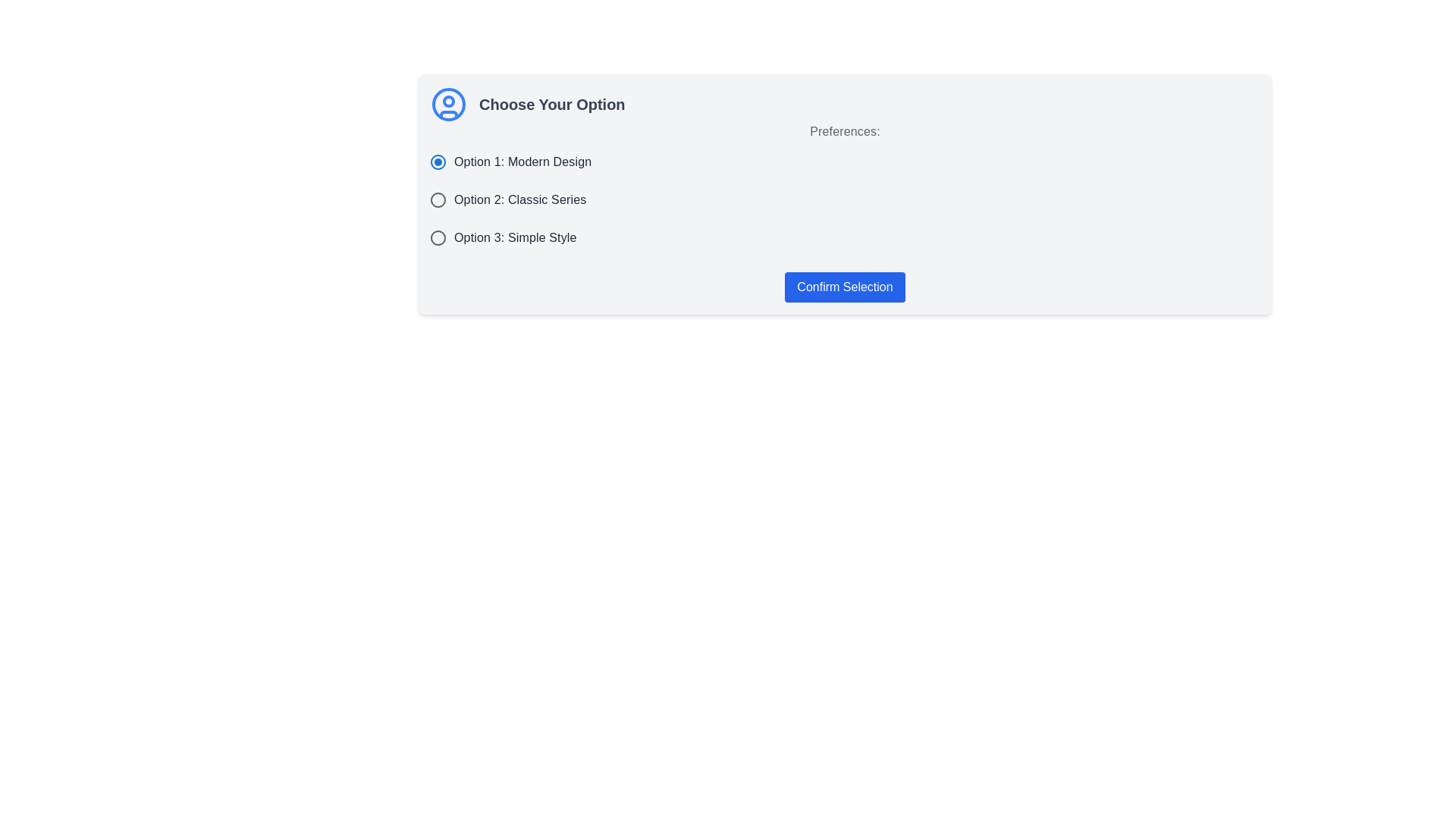 The height and width of the screenshot is (819, 1456). I want to click on the unchecked radio button located within the third option of a vertical list, so click(437, 237).